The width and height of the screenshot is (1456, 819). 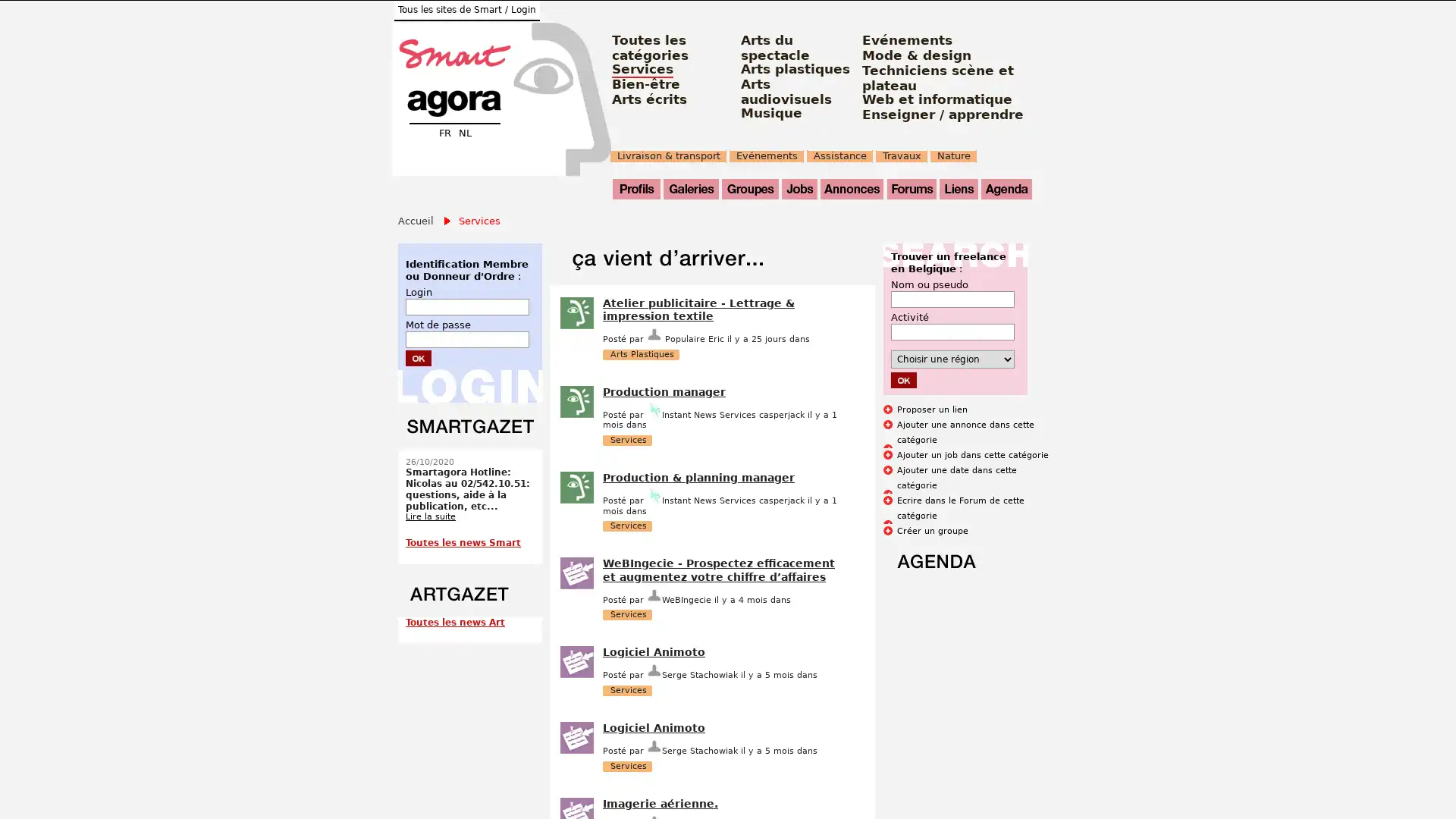 I want to click on Submit, so click(x=419, y=357).